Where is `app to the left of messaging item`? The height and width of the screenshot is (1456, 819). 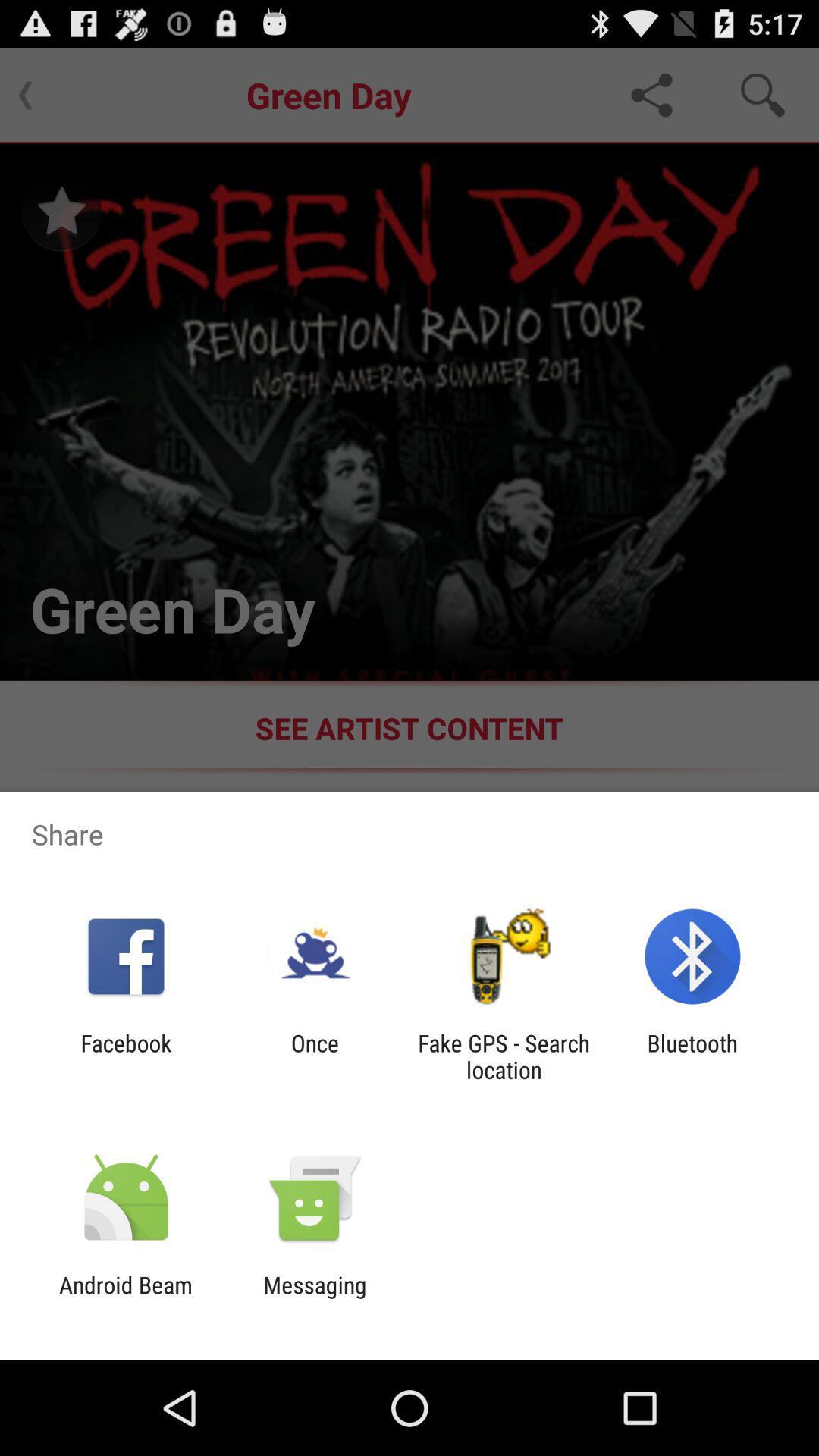
app to the left of messaging item is located at coordinates (125, 1298).